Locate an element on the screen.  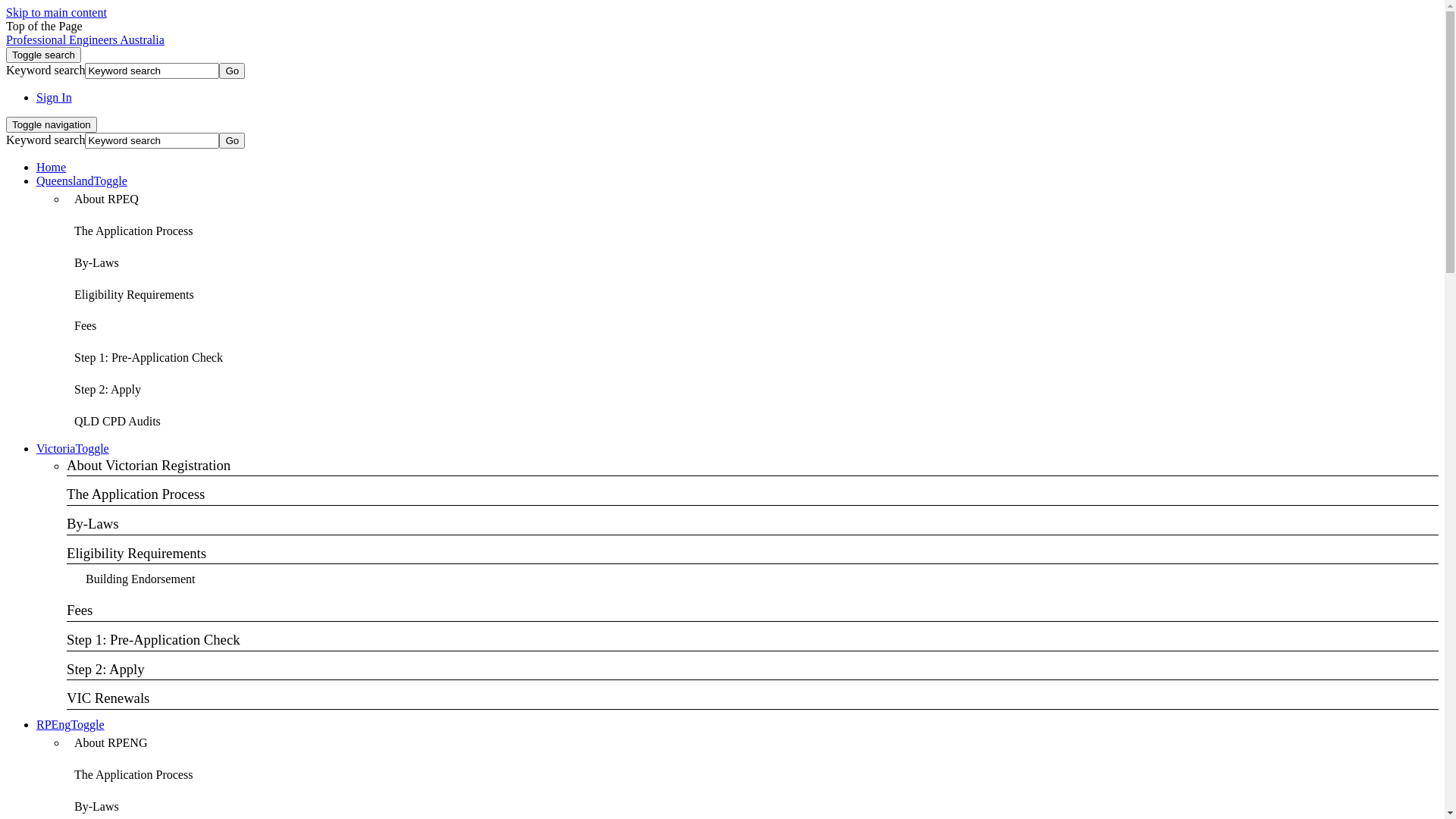
'Skip to main content' is located at coordinates (6, 12).